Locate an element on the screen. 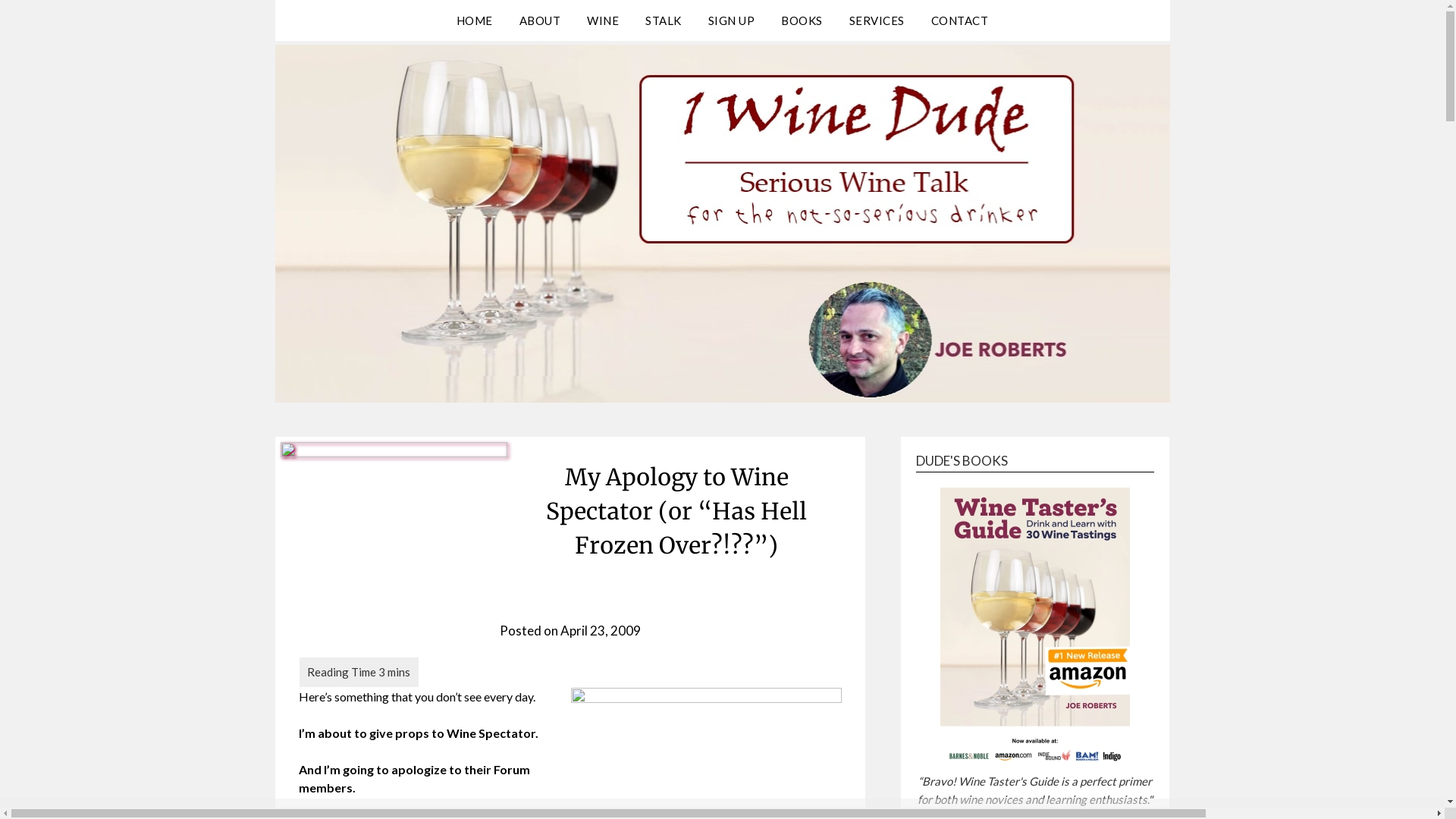  'BOOKS' is located at coordinates (768, 20).